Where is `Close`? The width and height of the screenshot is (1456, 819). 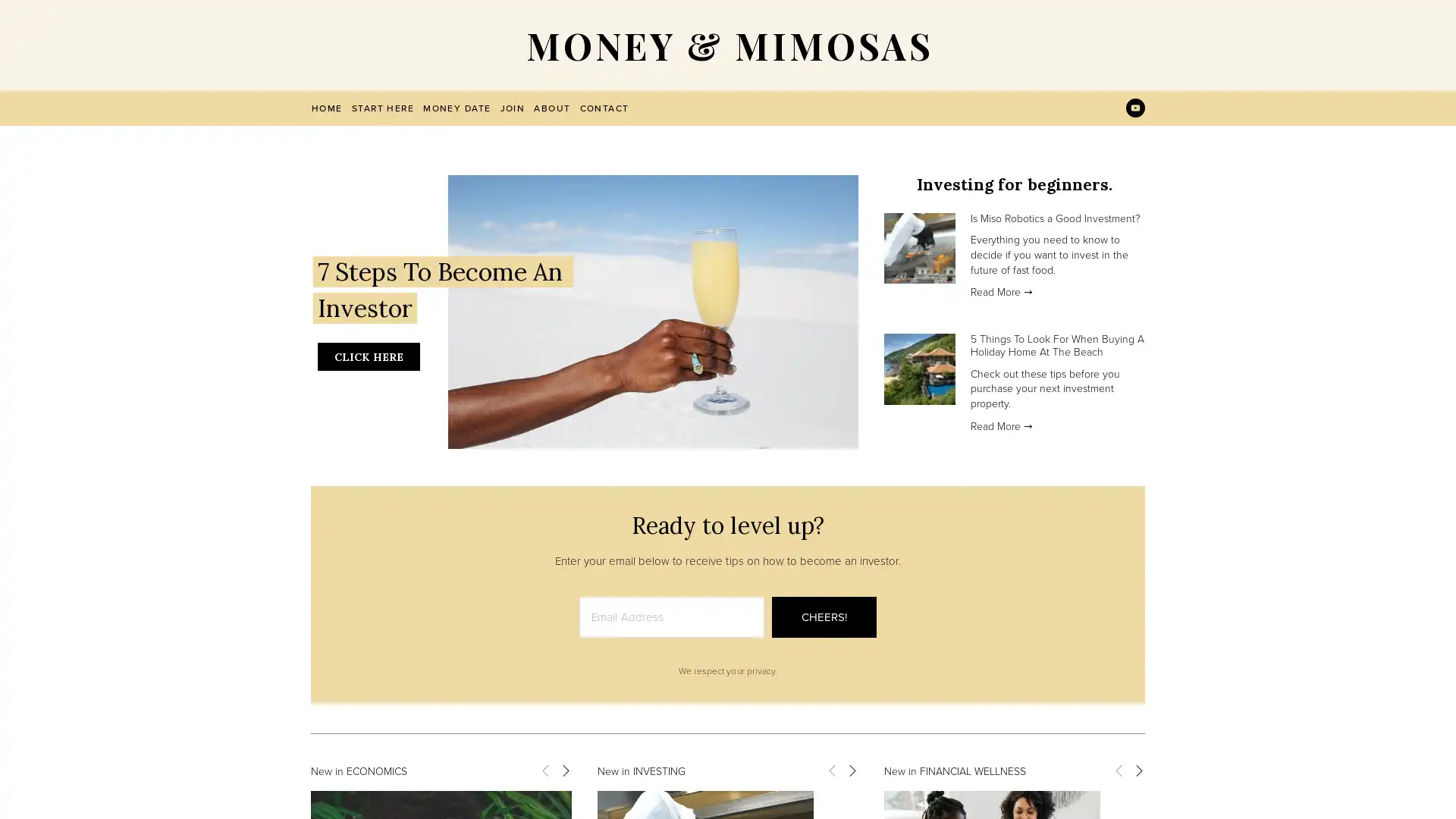
Close is located at coordinates (994, 222).